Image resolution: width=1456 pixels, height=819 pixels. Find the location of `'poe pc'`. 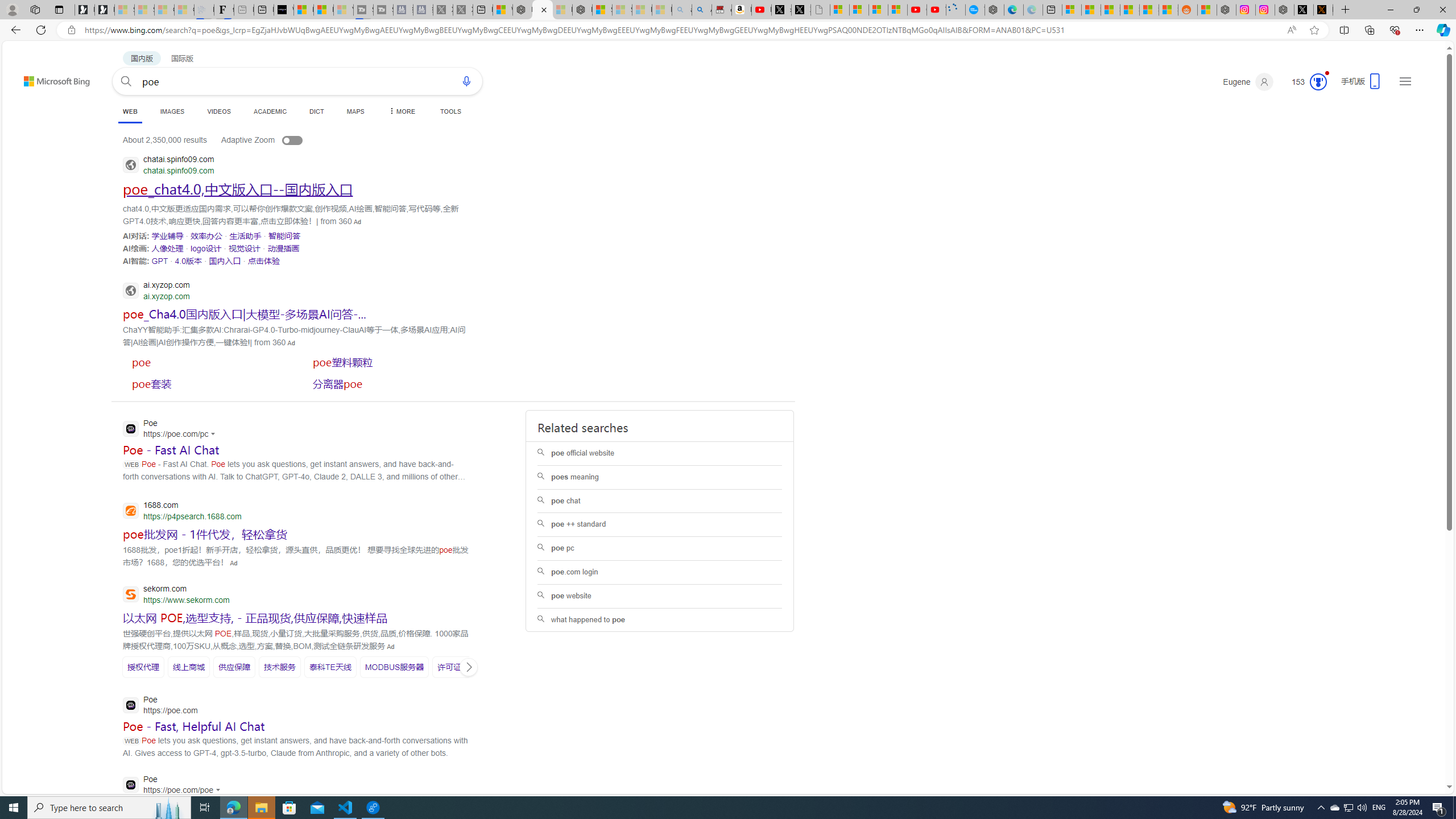

'poe pc' is located at coordinates (659, 548).